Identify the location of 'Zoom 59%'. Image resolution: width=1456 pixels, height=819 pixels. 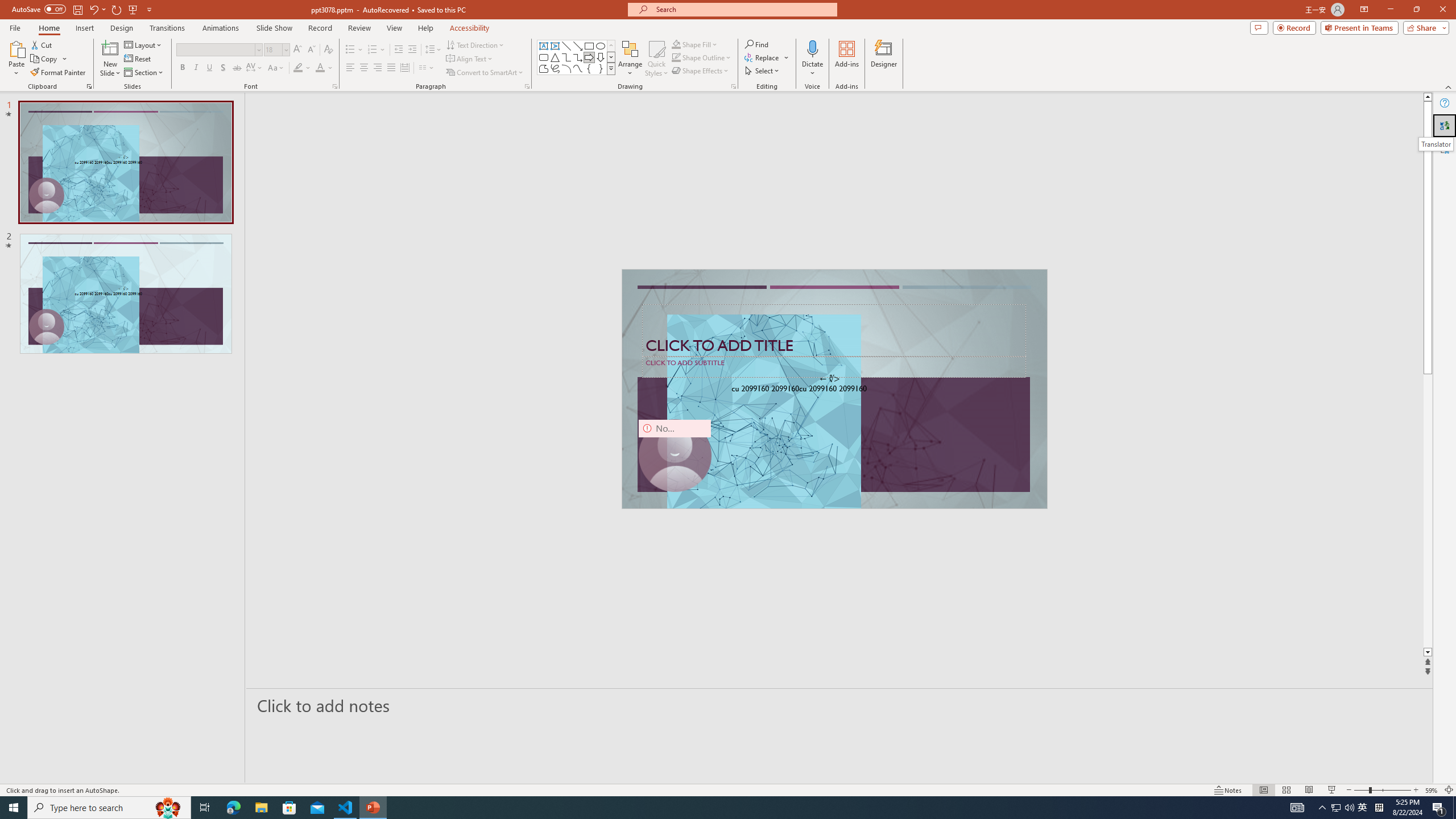
(1431, 790).